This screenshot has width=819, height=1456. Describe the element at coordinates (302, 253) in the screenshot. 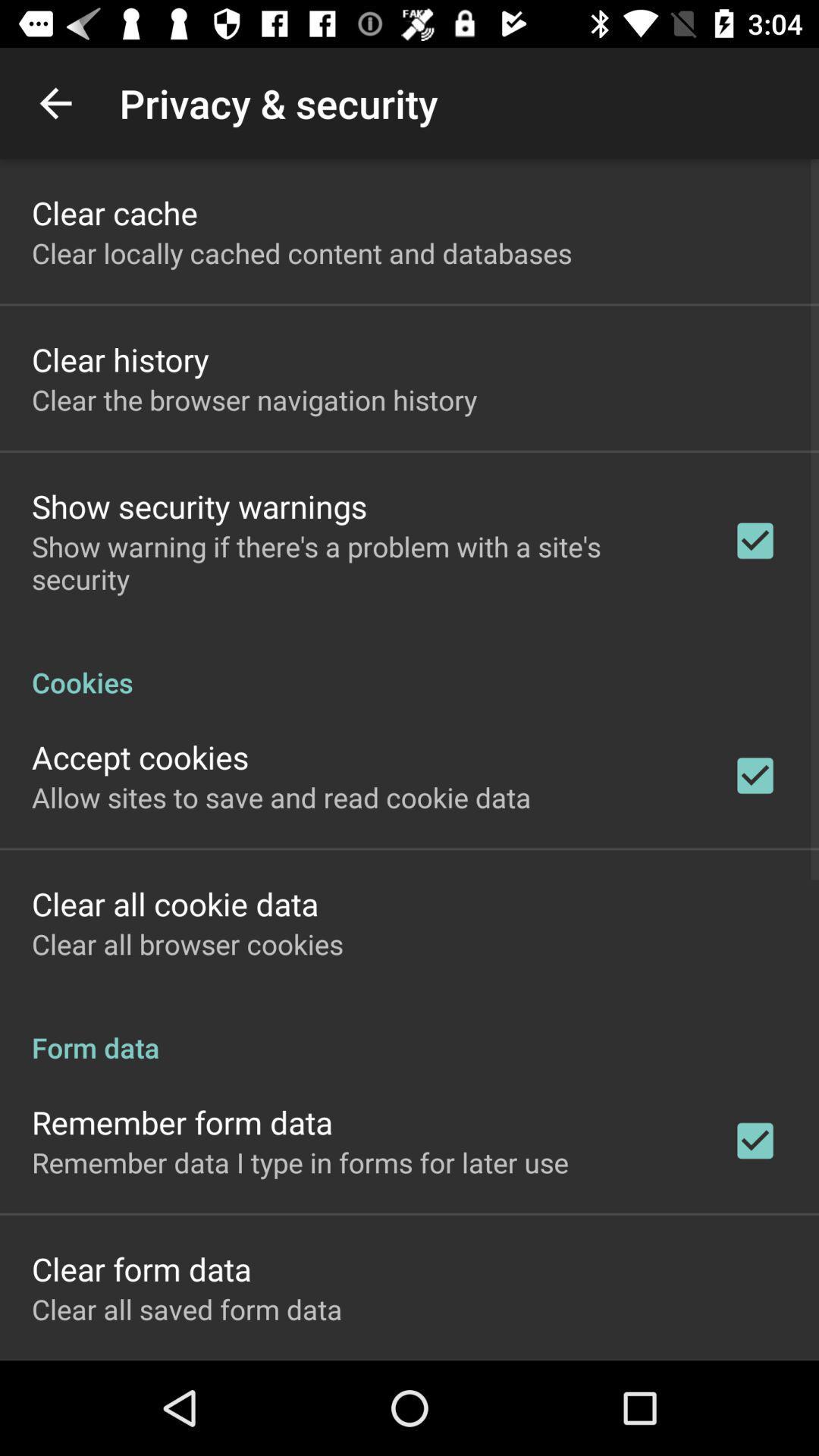

I see `the app below clear cache app` at that location.